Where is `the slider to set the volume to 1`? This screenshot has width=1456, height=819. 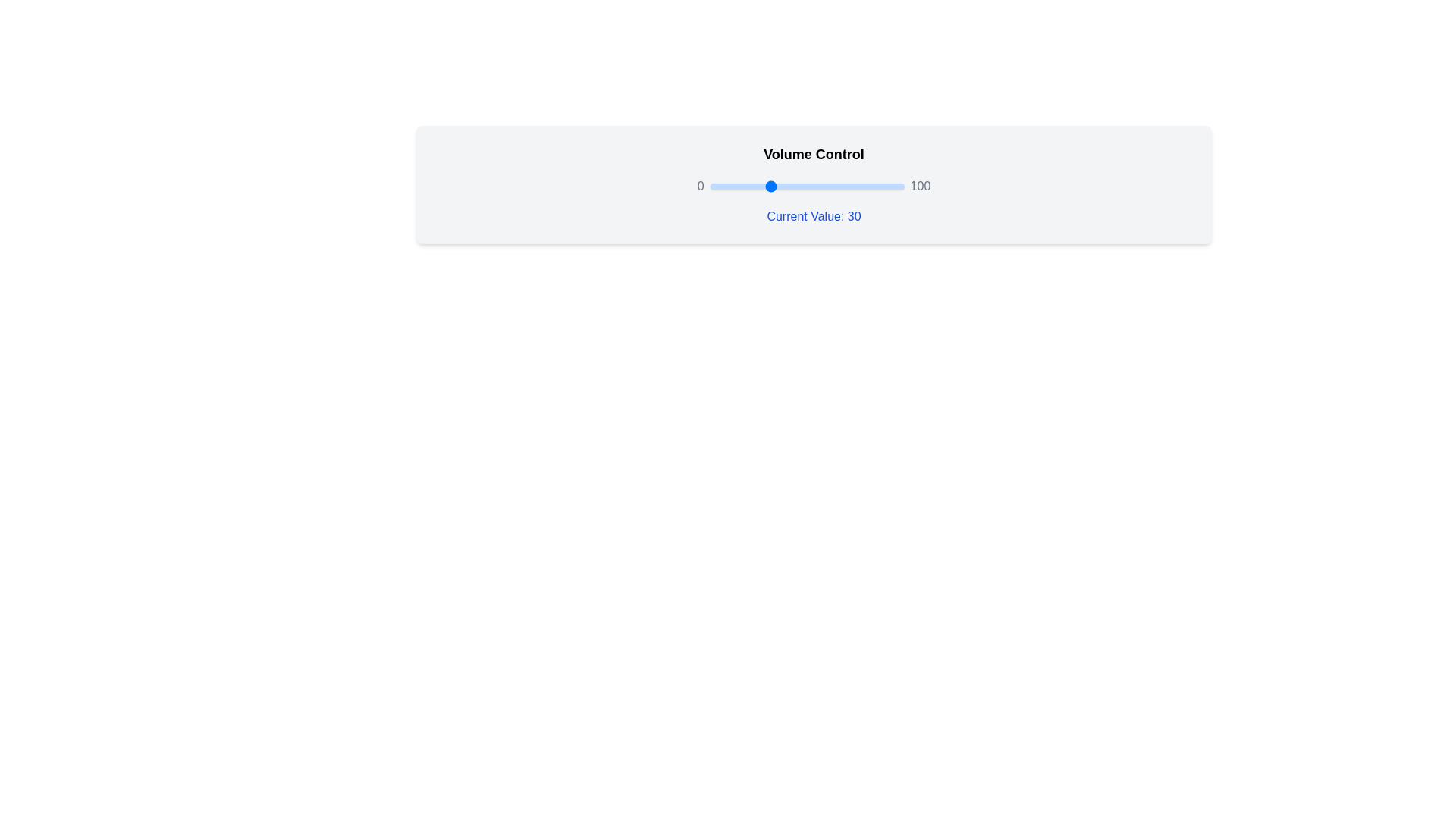
the slider to set the volume to 1 is located at coordinates (711, 186).